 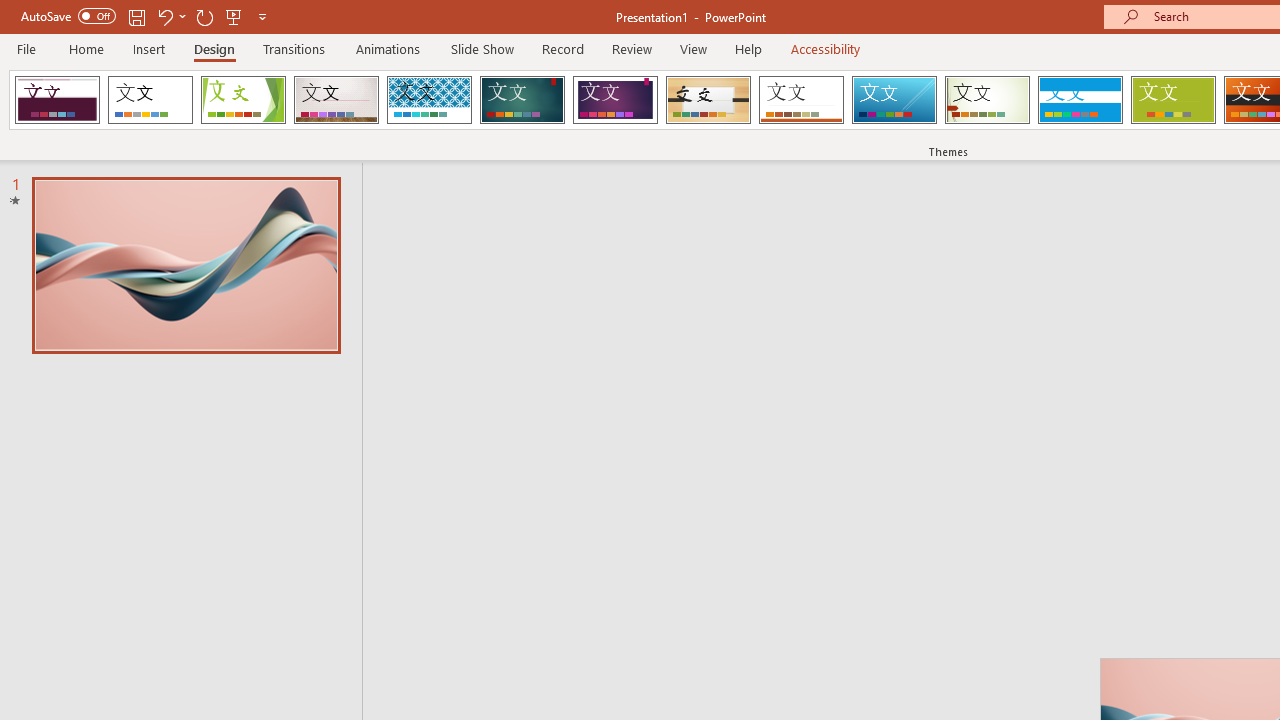 I want to click on 'Organic', so click(x=708, y=100).